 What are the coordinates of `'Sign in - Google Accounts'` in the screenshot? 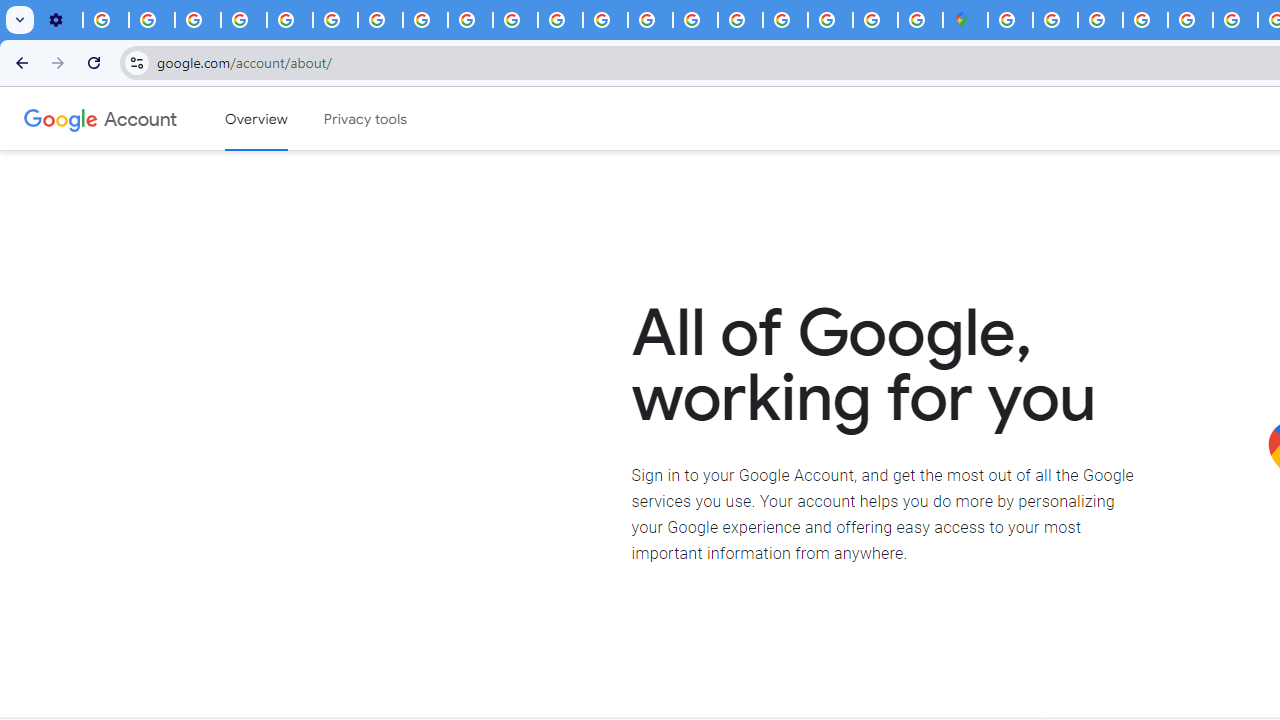 It's located at (1010, 20).